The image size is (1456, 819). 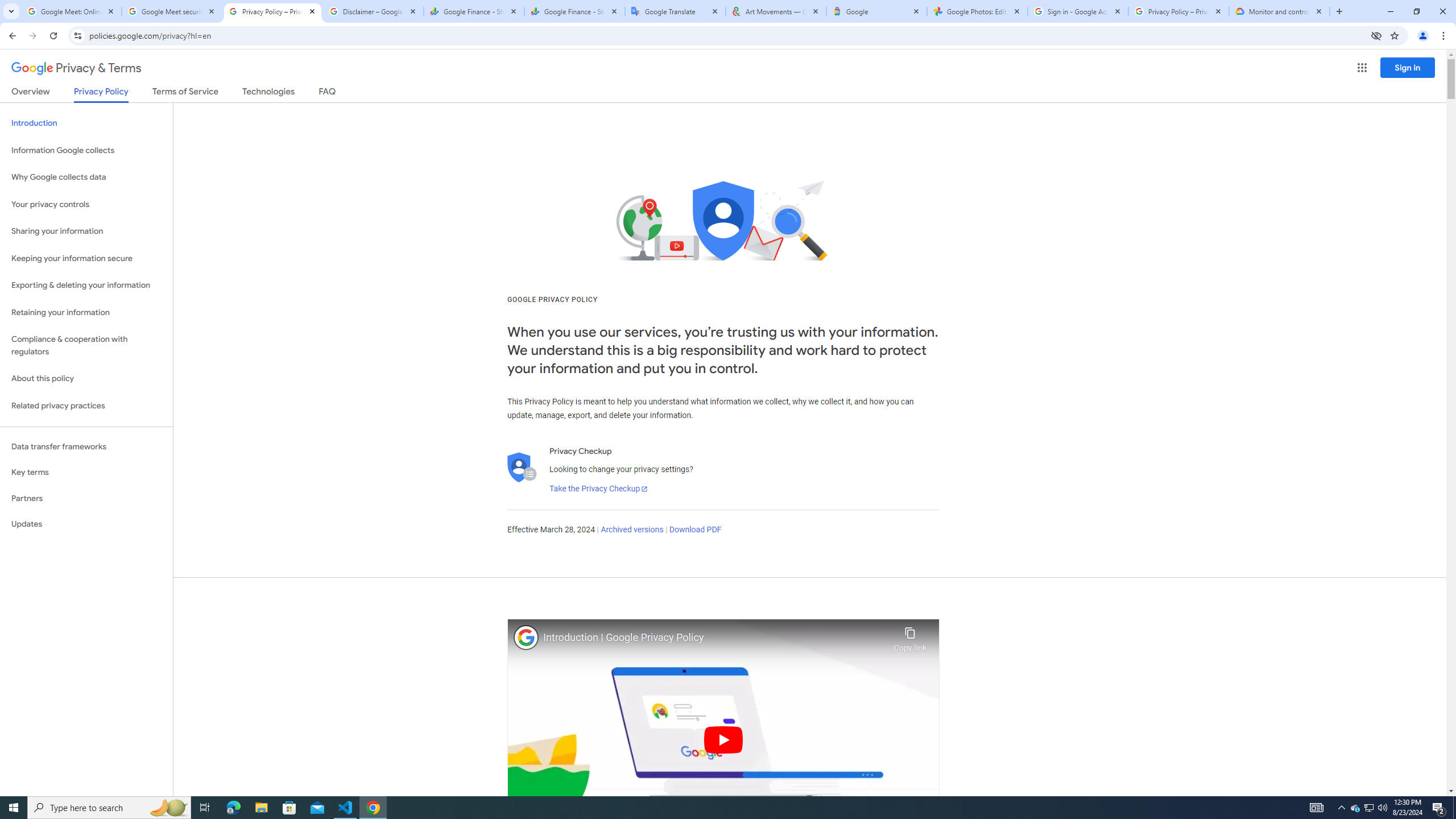 What do you see at coordinates (1078, 11) in the screenshot?
I see `'Sign in - Google Accounts'` at bounding box center [1078, 11].